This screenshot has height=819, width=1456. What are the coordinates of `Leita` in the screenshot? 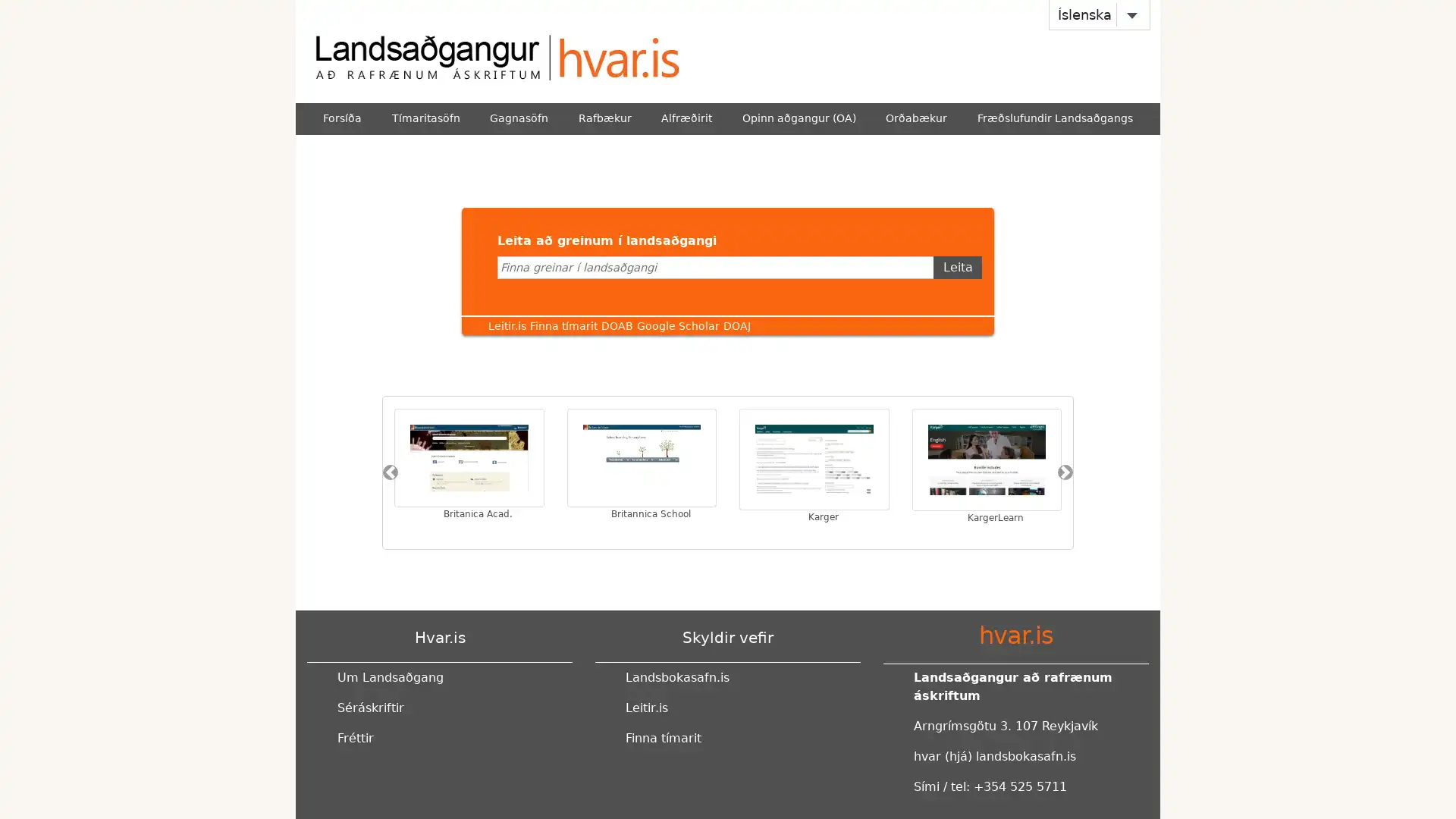 It's located at (956, 265).